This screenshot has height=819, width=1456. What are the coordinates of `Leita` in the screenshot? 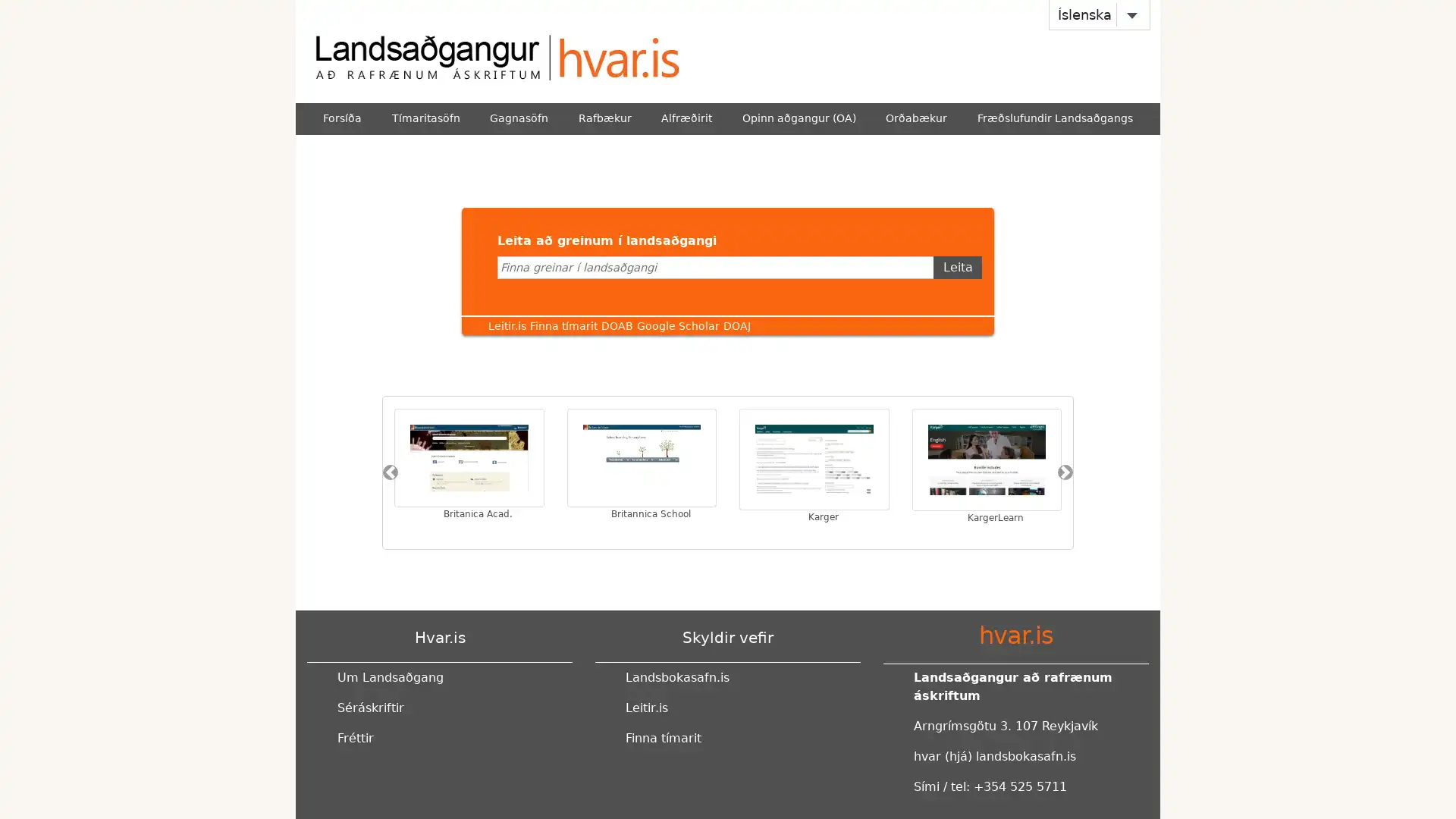 It's located at (956, 265).